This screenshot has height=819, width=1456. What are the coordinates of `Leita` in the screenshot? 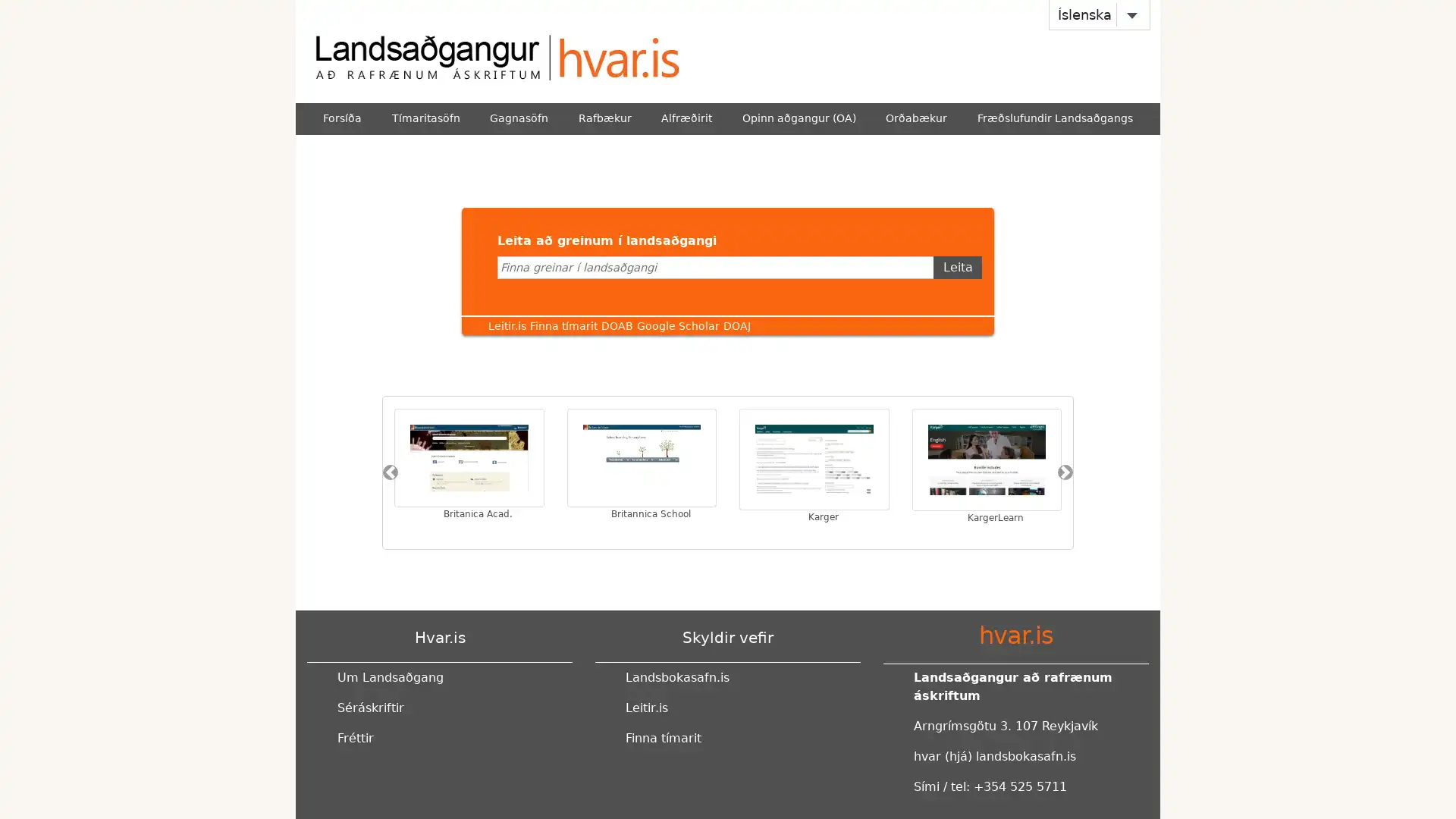 It's located at (956, 265).